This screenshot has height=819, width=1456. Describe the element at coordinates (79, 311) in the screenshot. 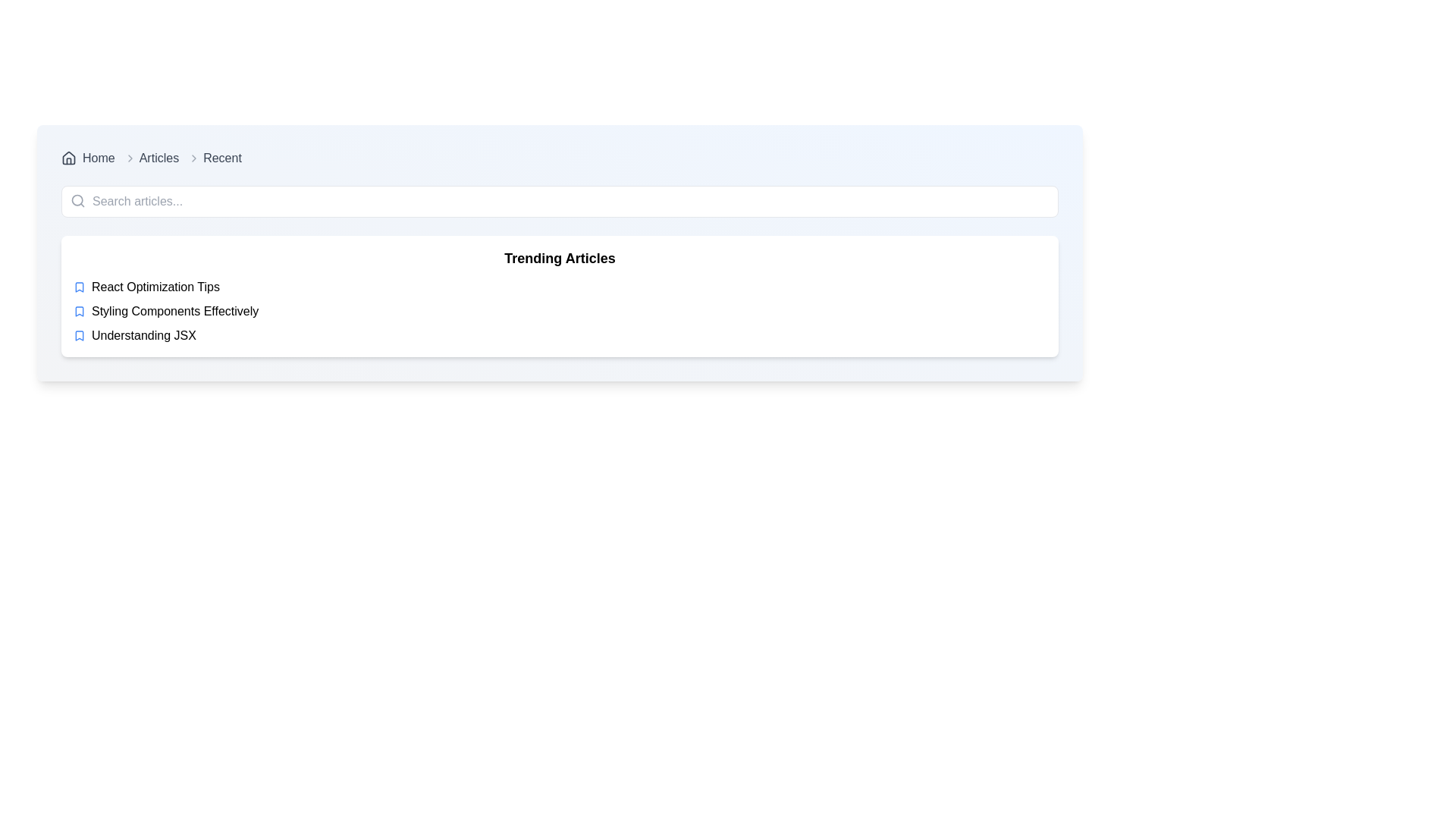

I see `the blue bookmark-shaped icon located to the left of the text 'Styling Components Effectively'` at that location.